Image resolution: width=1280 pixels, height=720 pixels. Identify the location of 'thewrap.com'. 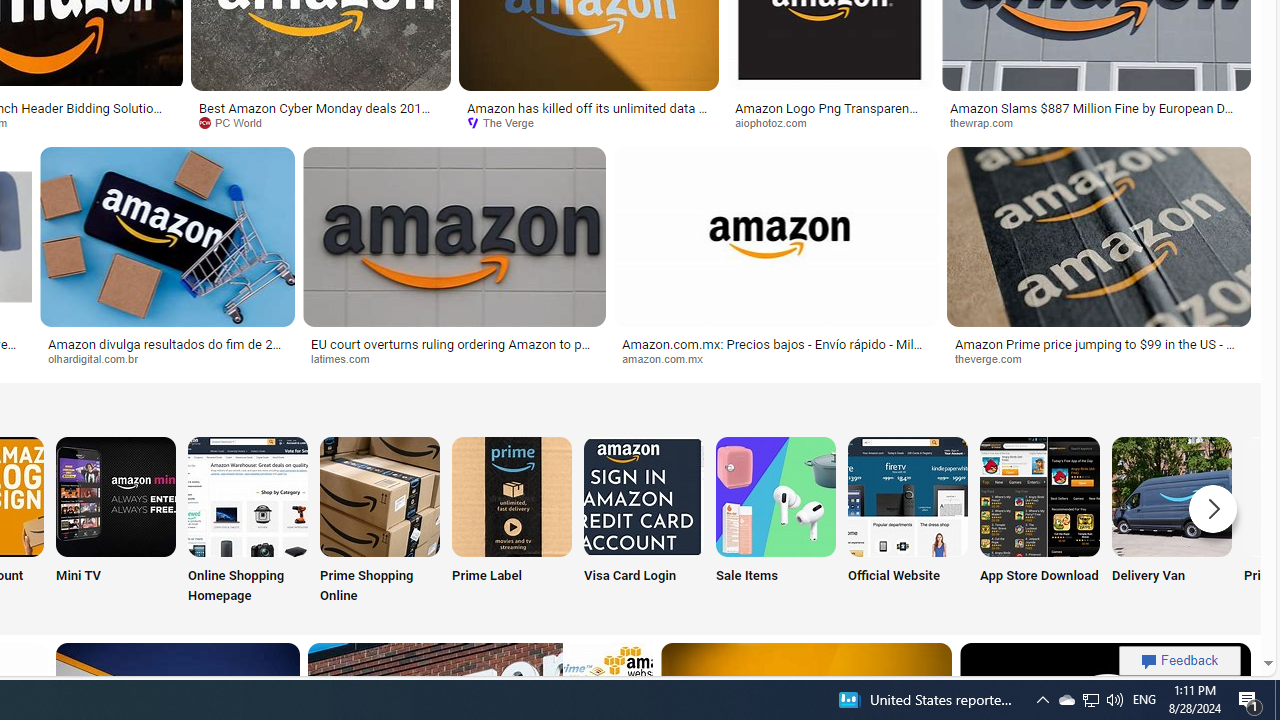
(988, 122).